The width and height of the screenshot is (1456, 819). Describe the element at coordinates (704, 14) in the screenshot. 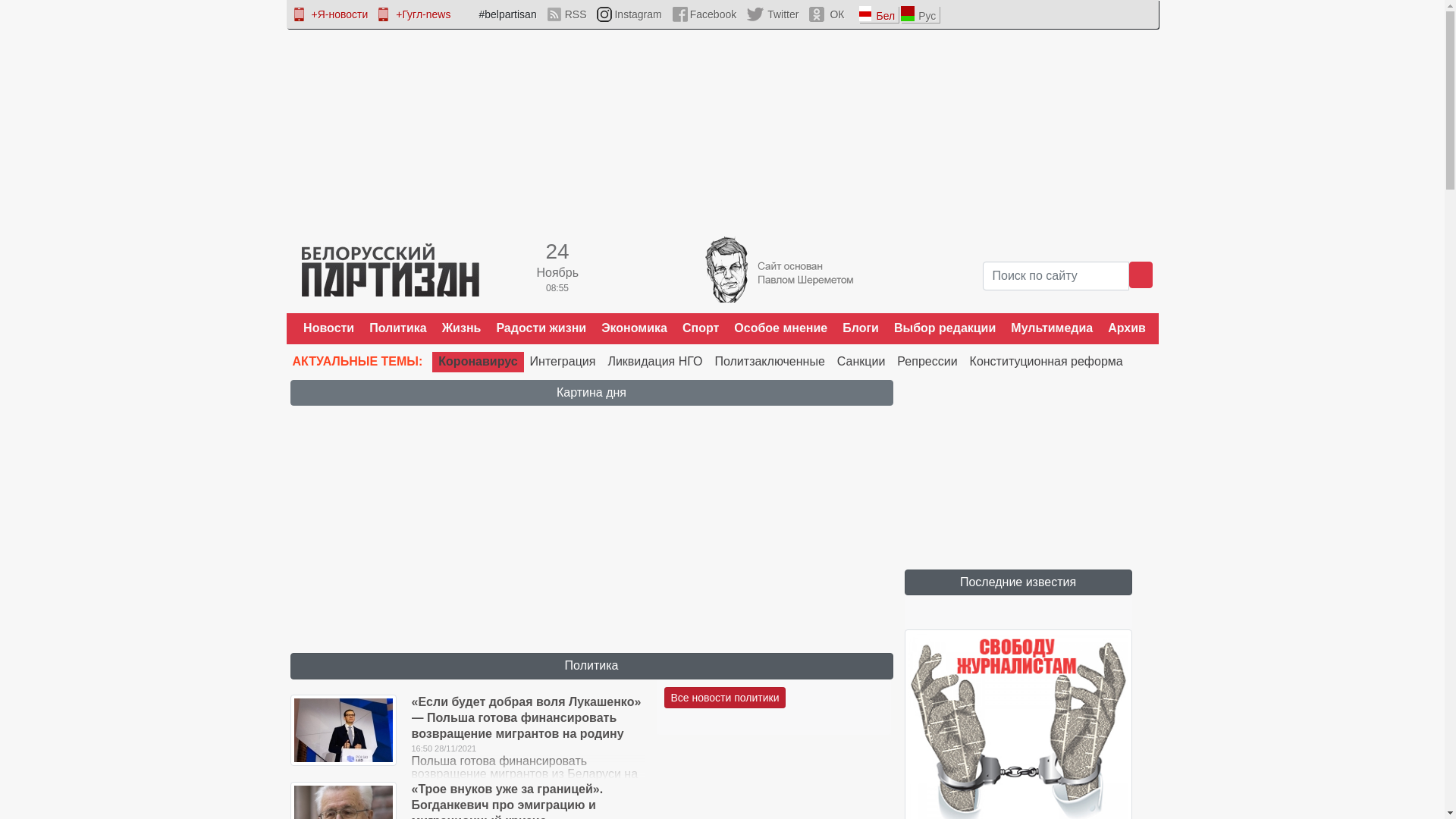

I see `'Facebook'` at that location.